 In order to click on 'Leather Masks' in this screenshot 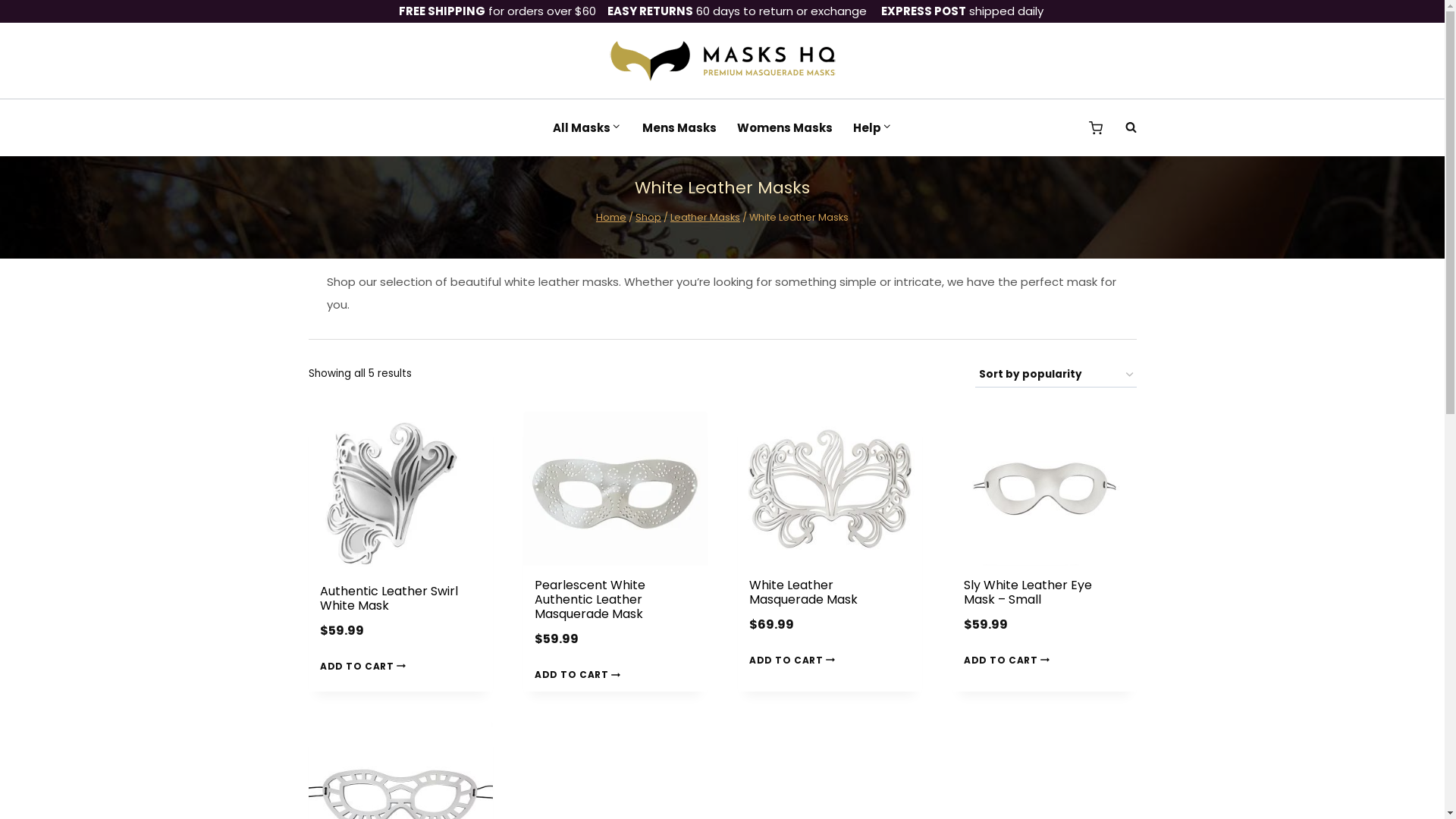, I will do `click(704, 217)`.